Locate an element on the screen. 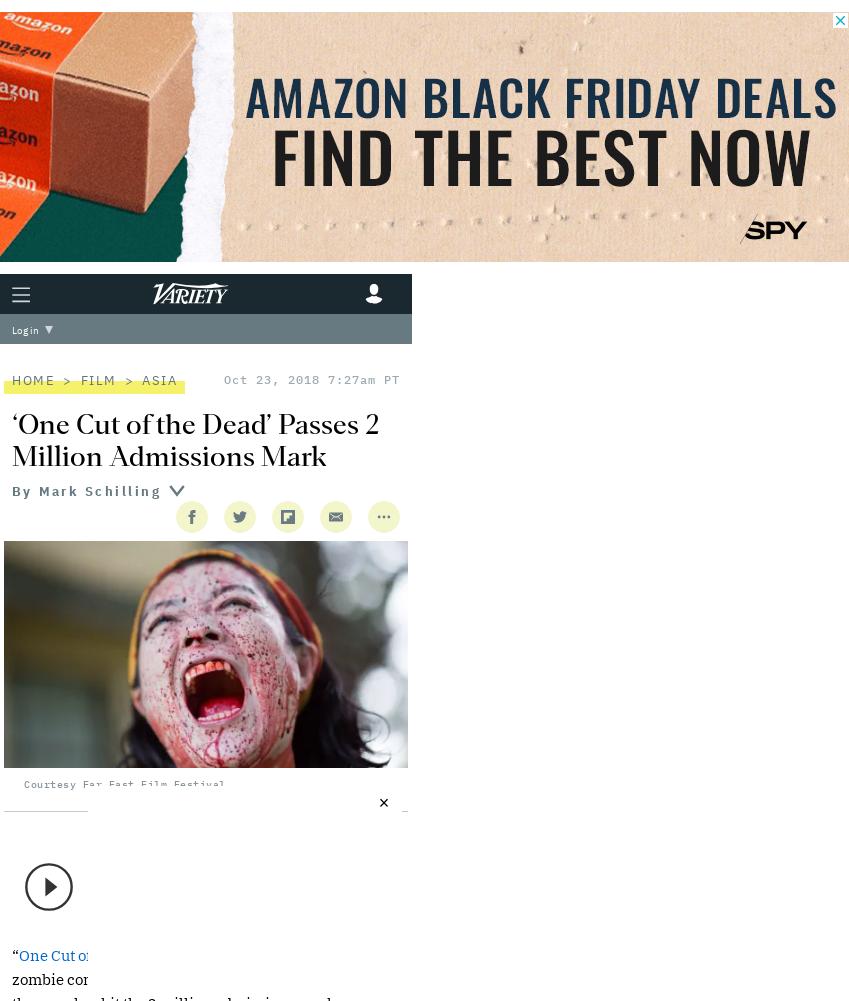  'Mark Schilling' is located at coordinates (98, 490).